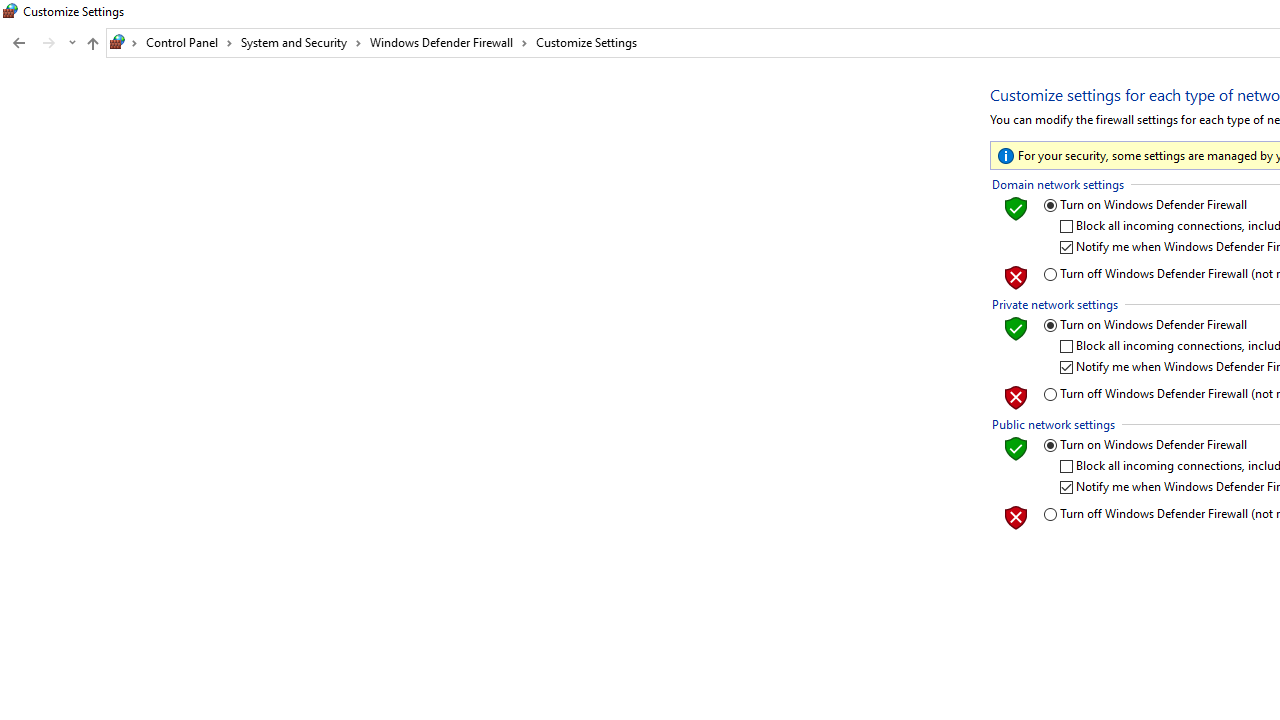 The height and width of the screenshot is (720, 1280). What do you see at coordinates (123, 42) in the screenshot?
I see `'All locations'` at bounding box center [123, 42].